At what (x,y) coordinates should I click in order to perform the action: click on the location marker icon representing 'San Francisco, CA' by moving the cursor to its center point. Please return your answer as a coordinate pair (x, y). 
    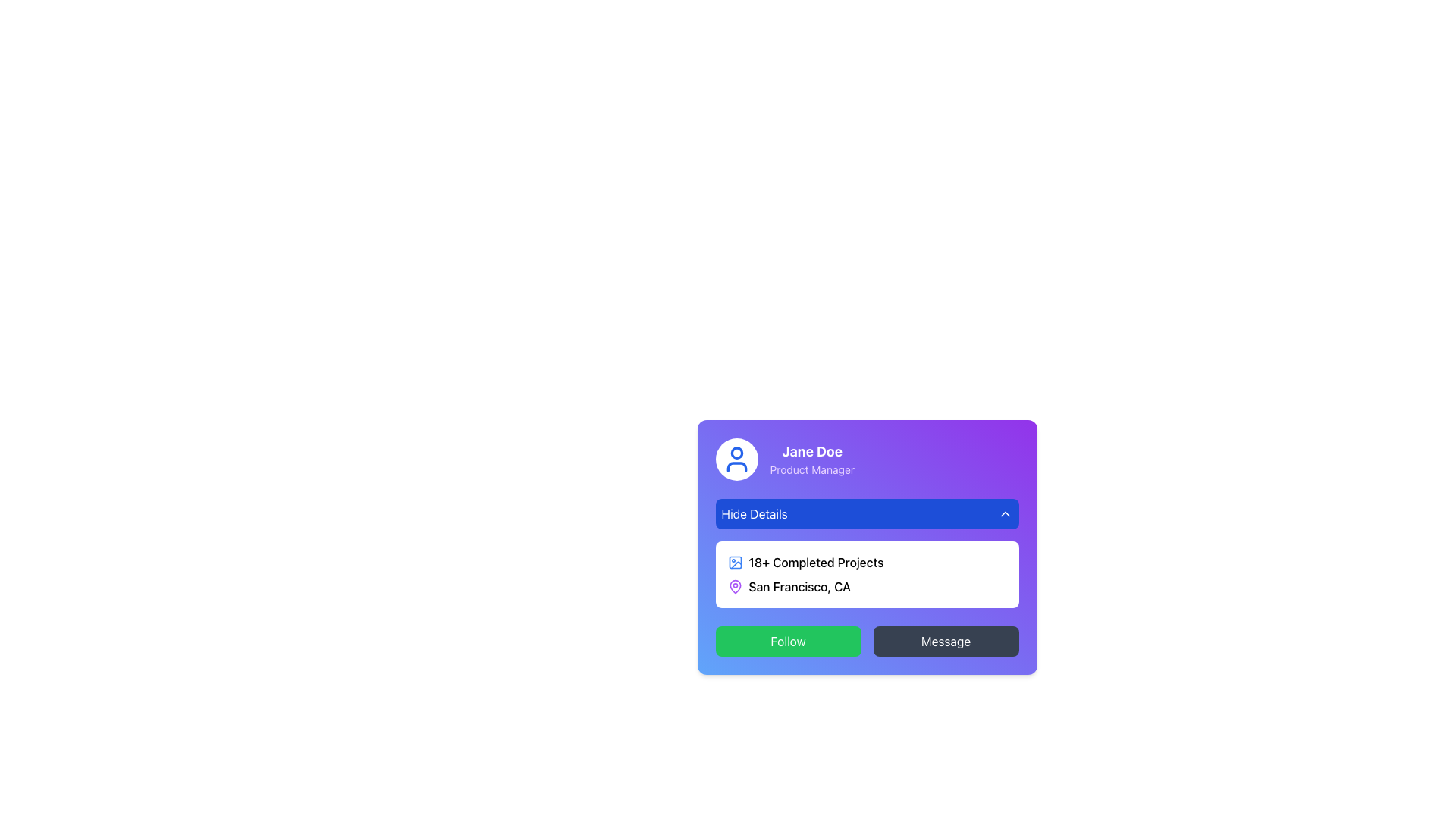
    Looking at the image, I should click on (735, 586).